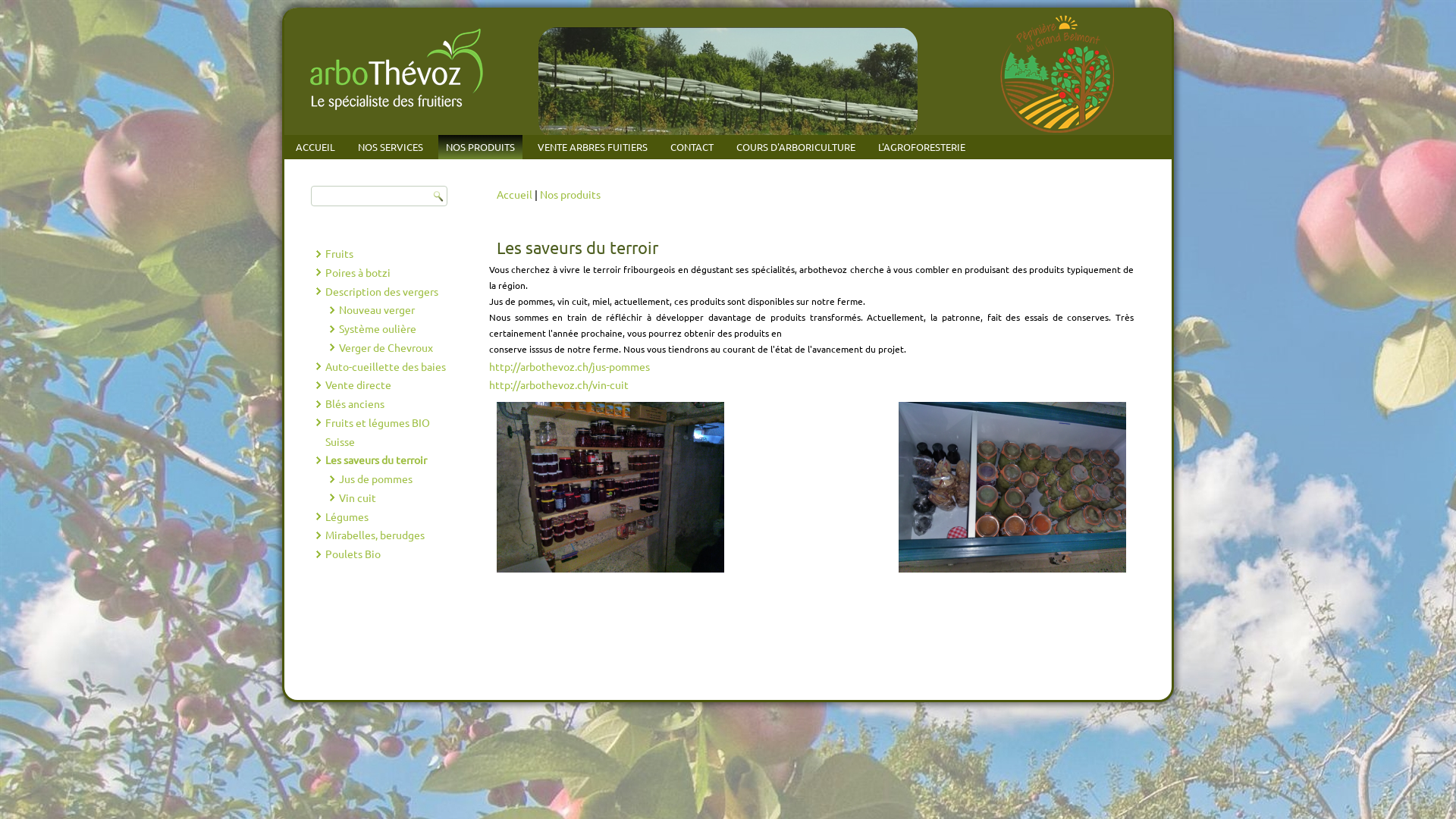 The image size is (1456, 819). Describe the element at coordinates (381, 290) in the screenshot. I see `'Description des vergers'` at that location.